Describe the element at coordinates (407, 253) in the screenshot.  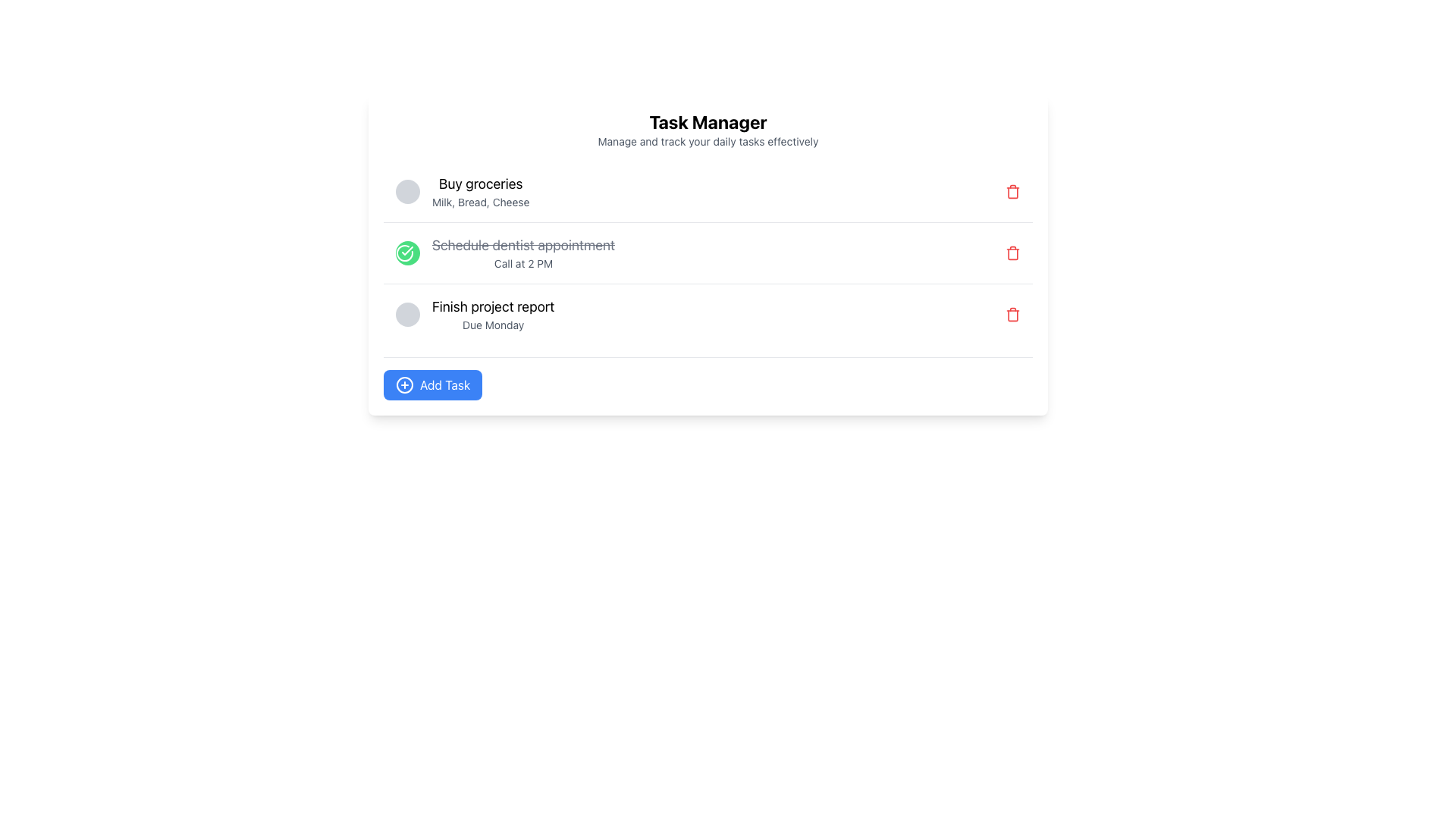
I see `the Toggle button (completion indicator)` at that location.